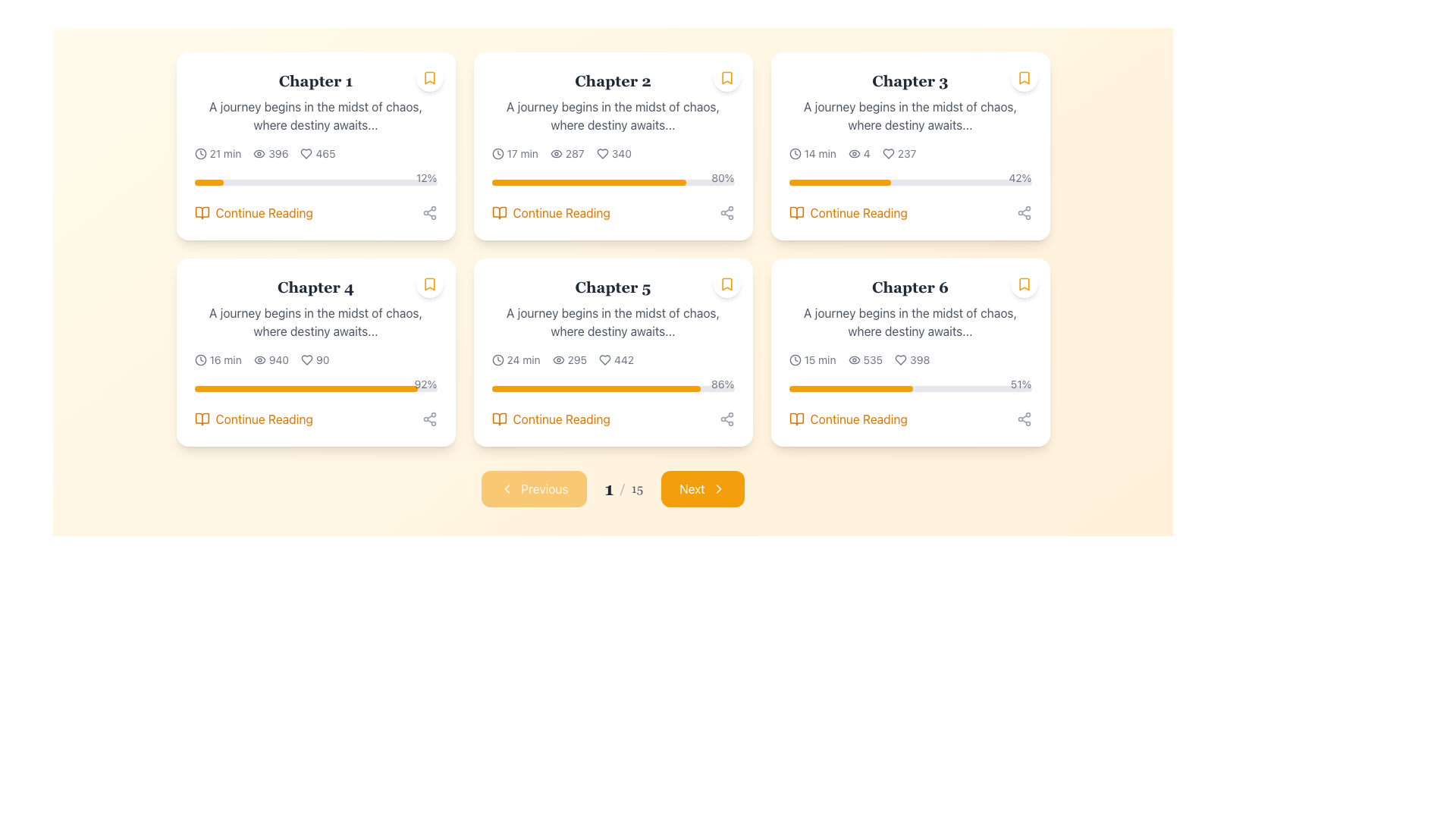 This screenshot has width=1456, height=819. What do you see at coordinates (794, 154) in the screenshot?
I see `the SVG-based visual icon representing time located in the top-right quadrant of the 'Chapter 3' card` at bounding box center [794, 154].